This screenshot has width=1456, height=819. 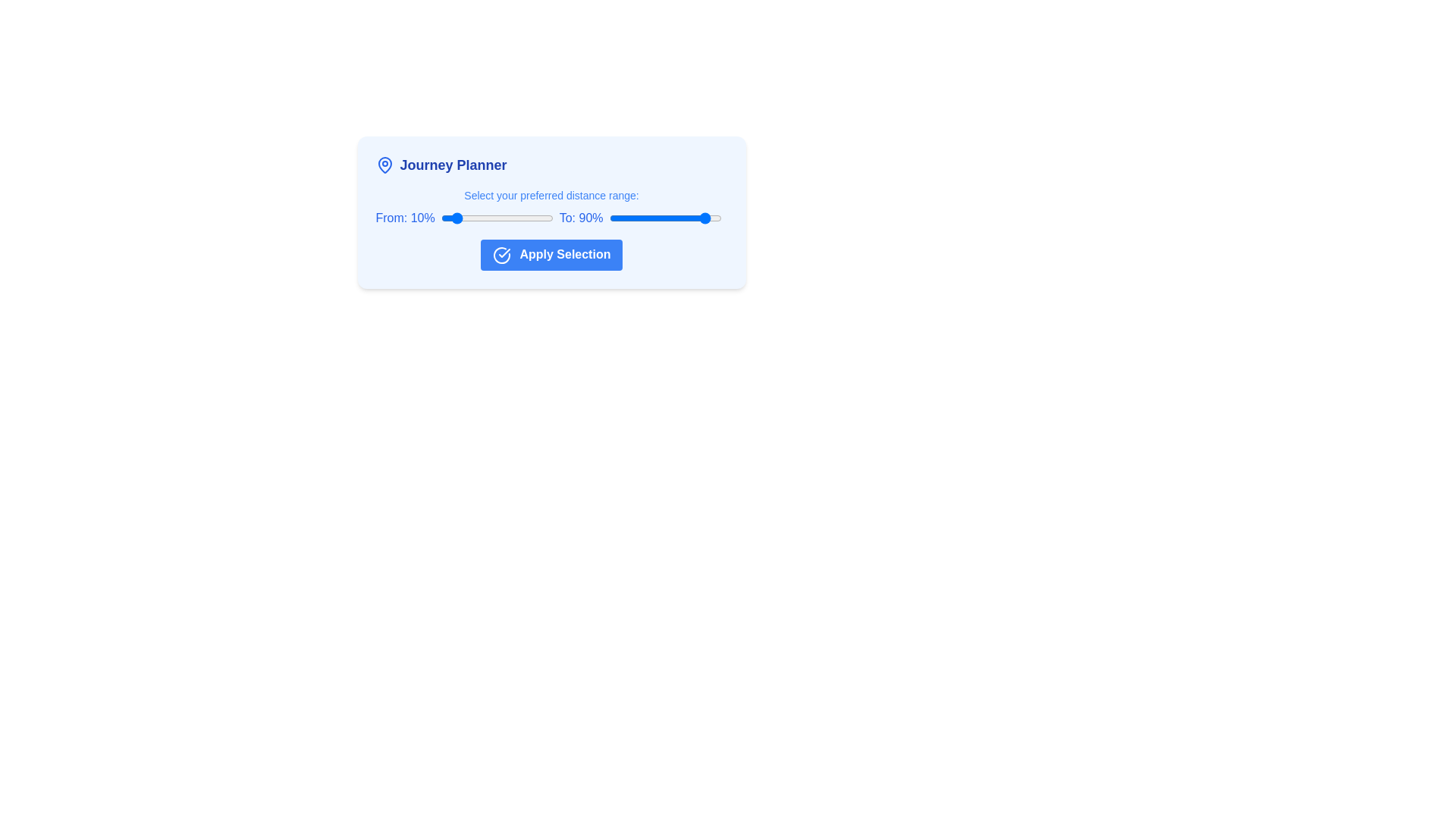 What do you see at coordinates (681, 218) in the screenshot?
I see `the slider value` at bounding box center [681, 218].